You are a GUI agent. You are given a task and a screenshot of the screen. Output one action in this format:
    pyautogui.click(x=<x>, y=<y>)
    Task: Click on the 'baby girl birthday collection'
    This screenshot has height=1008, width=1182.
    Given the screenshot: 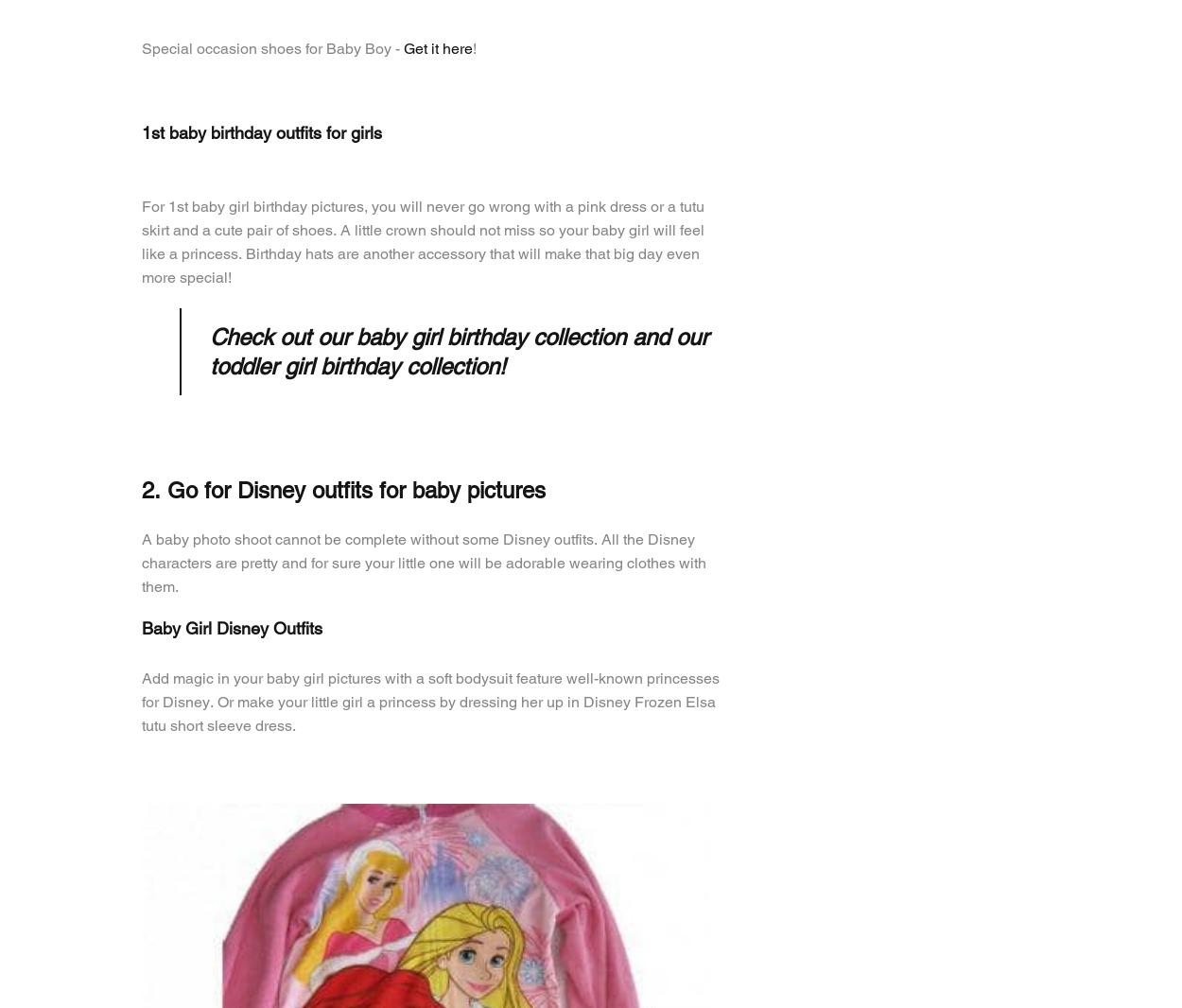 What is the action you would take?
    pyautogui.click(x=491, y=336)
    